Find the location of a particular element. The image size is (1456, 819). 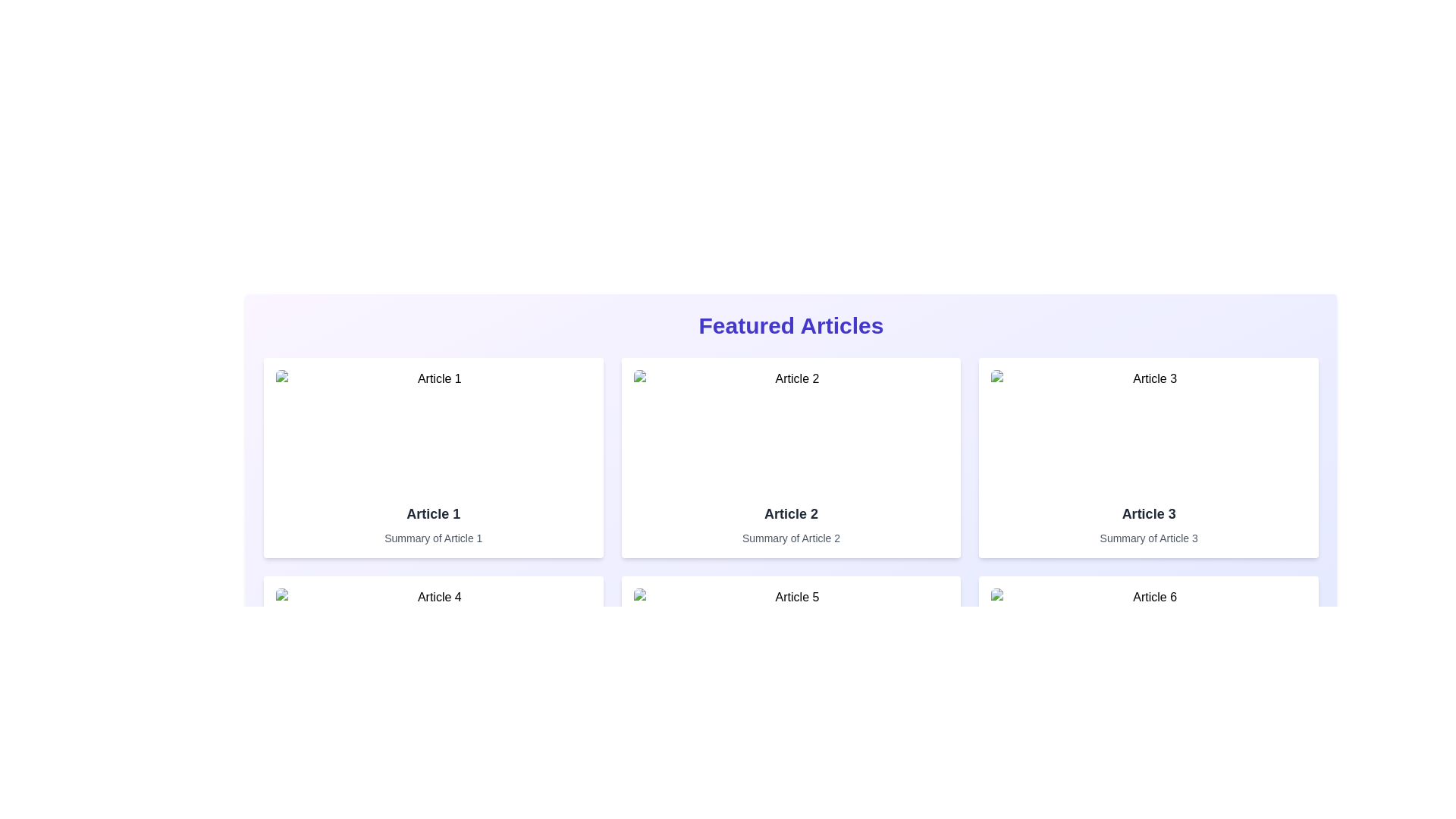

the title text label of the article located centrally in the second card of the first row in the grid layout is located at coordinates (790, 513).